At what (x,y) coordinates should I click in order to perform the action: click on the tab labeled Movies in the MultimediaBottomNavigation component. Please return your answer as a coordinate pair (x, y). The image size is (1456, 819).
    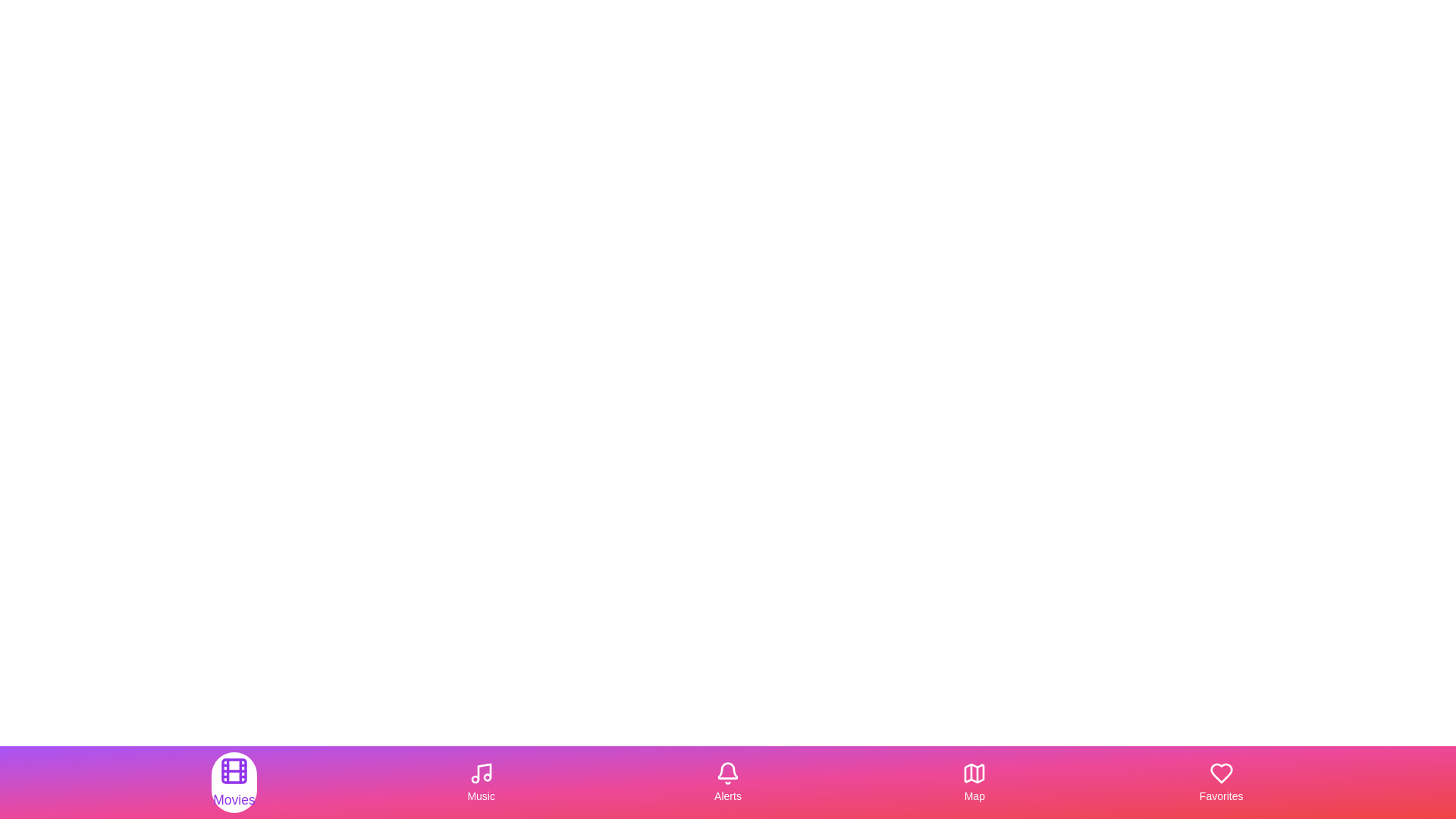
    Looking at the image, I should click on (234, 783).